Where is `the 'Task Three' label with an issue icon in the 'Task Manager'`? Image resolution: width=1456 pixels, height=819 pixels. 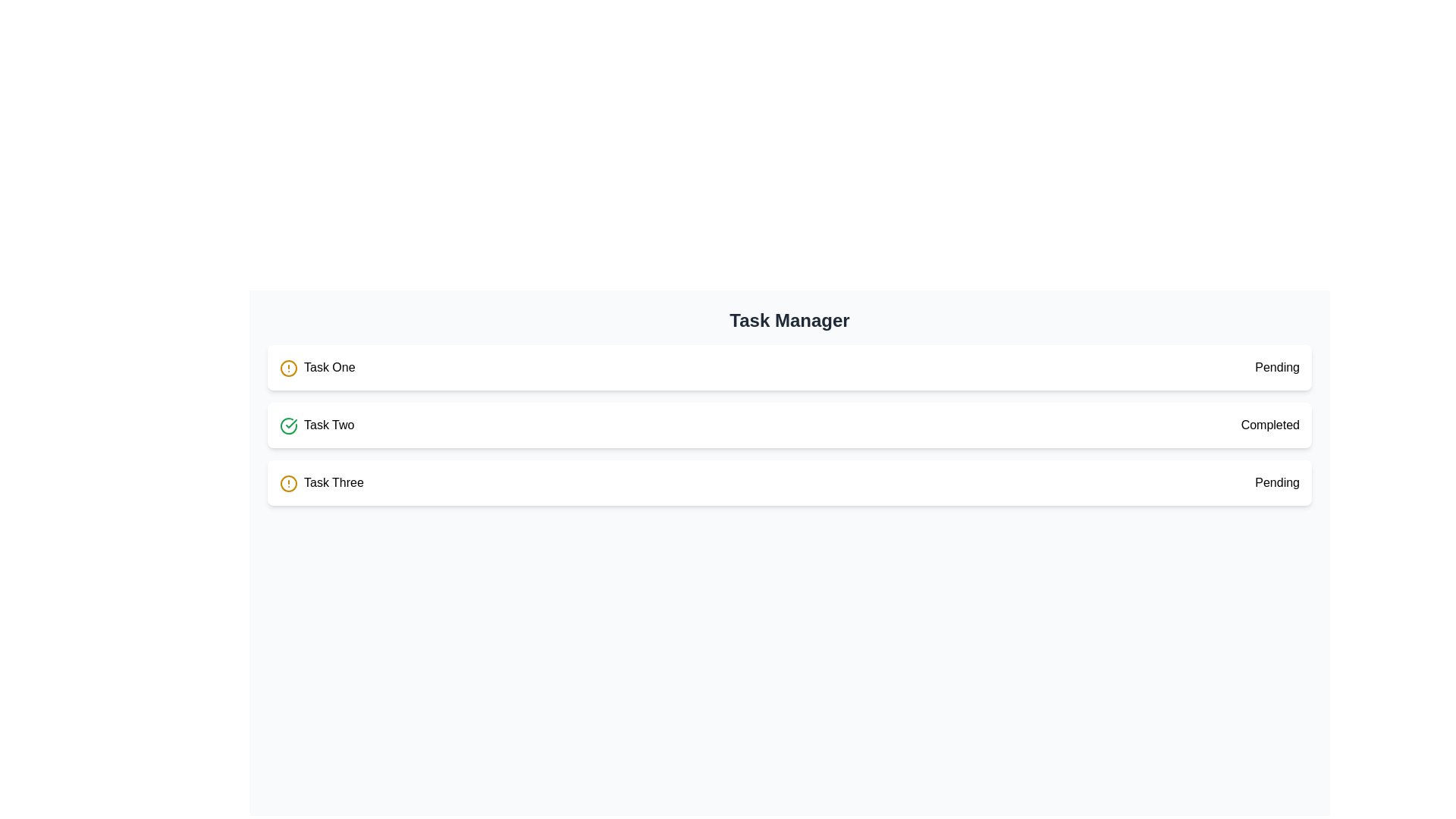 the 'Task Three' label with an issue icon in the 'Task Manager' is located at coordinates (321, 482).